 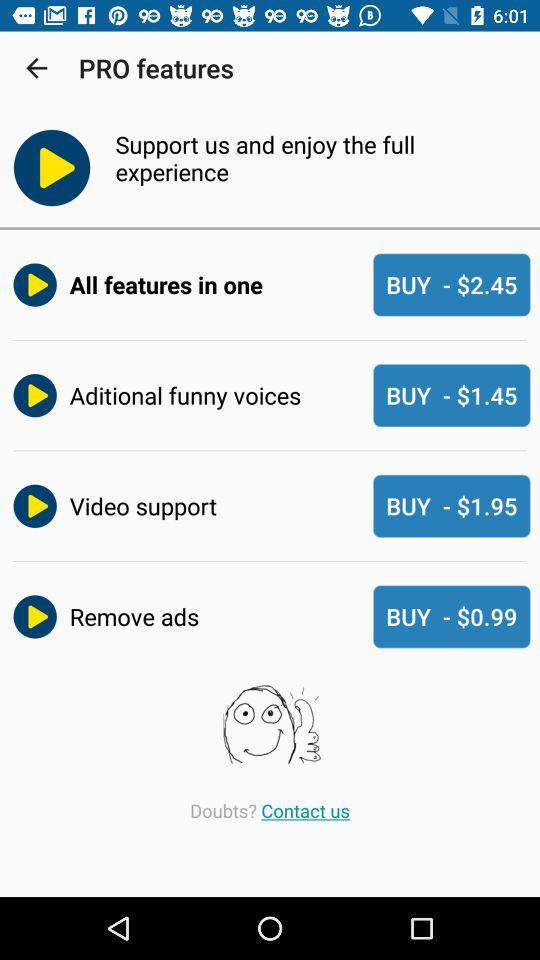 I want to click on the play icon, so click(x=30, y=505).